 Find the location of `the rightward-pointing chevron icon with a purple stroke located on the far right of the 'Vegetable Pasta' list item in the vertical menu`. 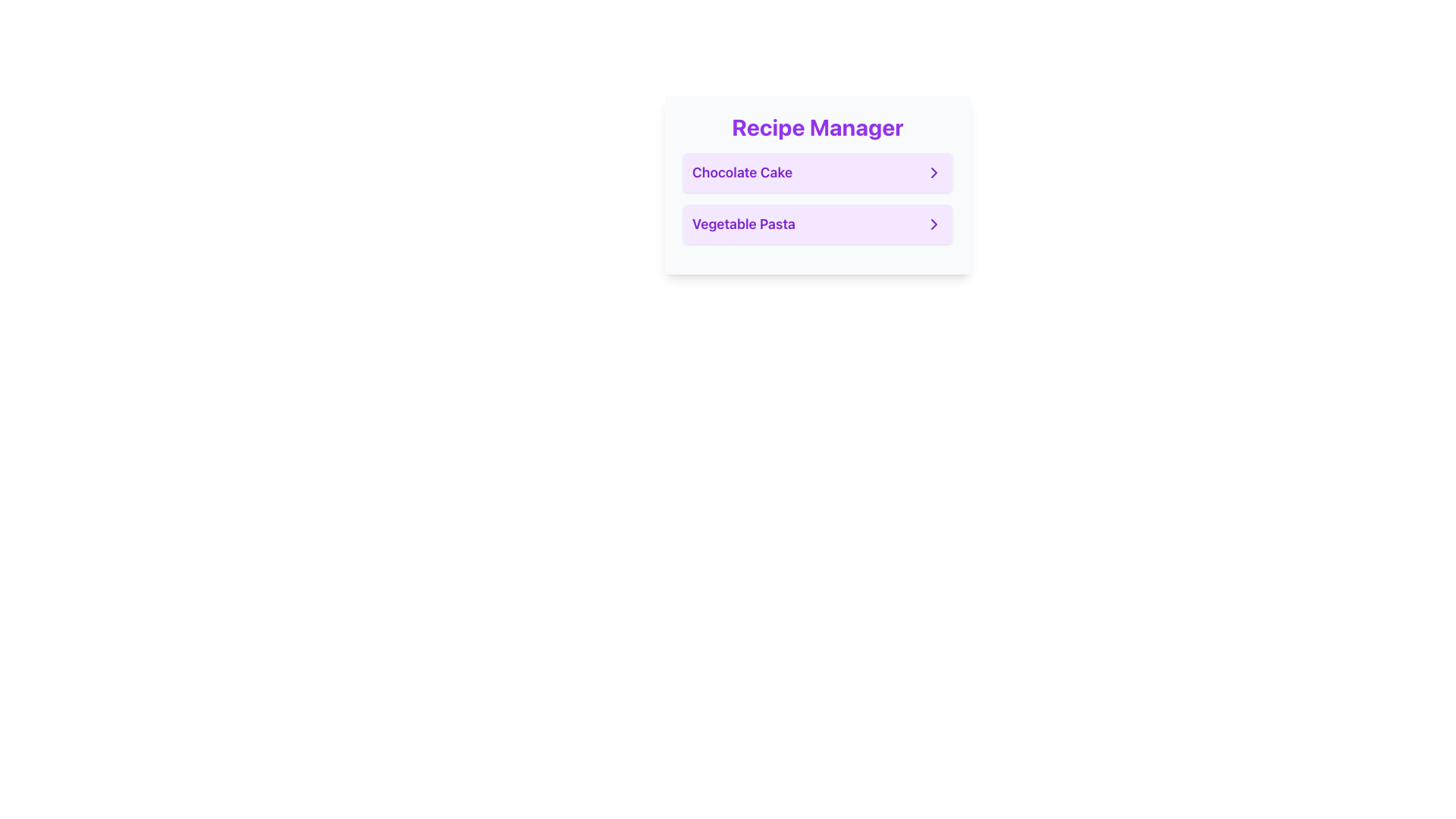

the rightward-pointing chevron icon with a purple stroke located on the far right of the 'Vegetable Pasta' list item in the vertical menu is located at coordinates (934, 224).